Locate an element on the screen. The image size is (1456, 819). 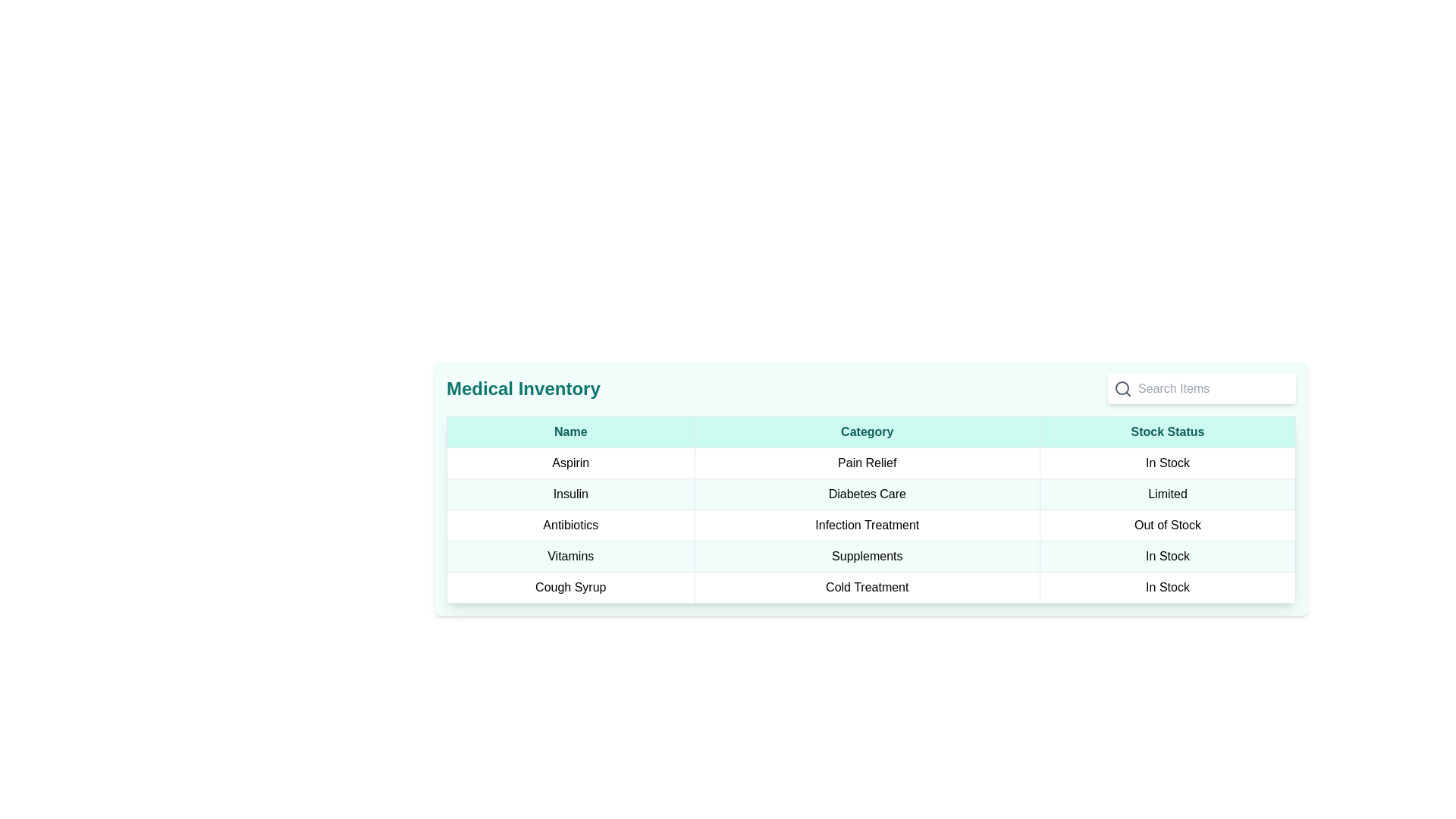
the text input field with a white background, rounded corners, and a magnifying glass icon is located at coordinates (1200, 388).